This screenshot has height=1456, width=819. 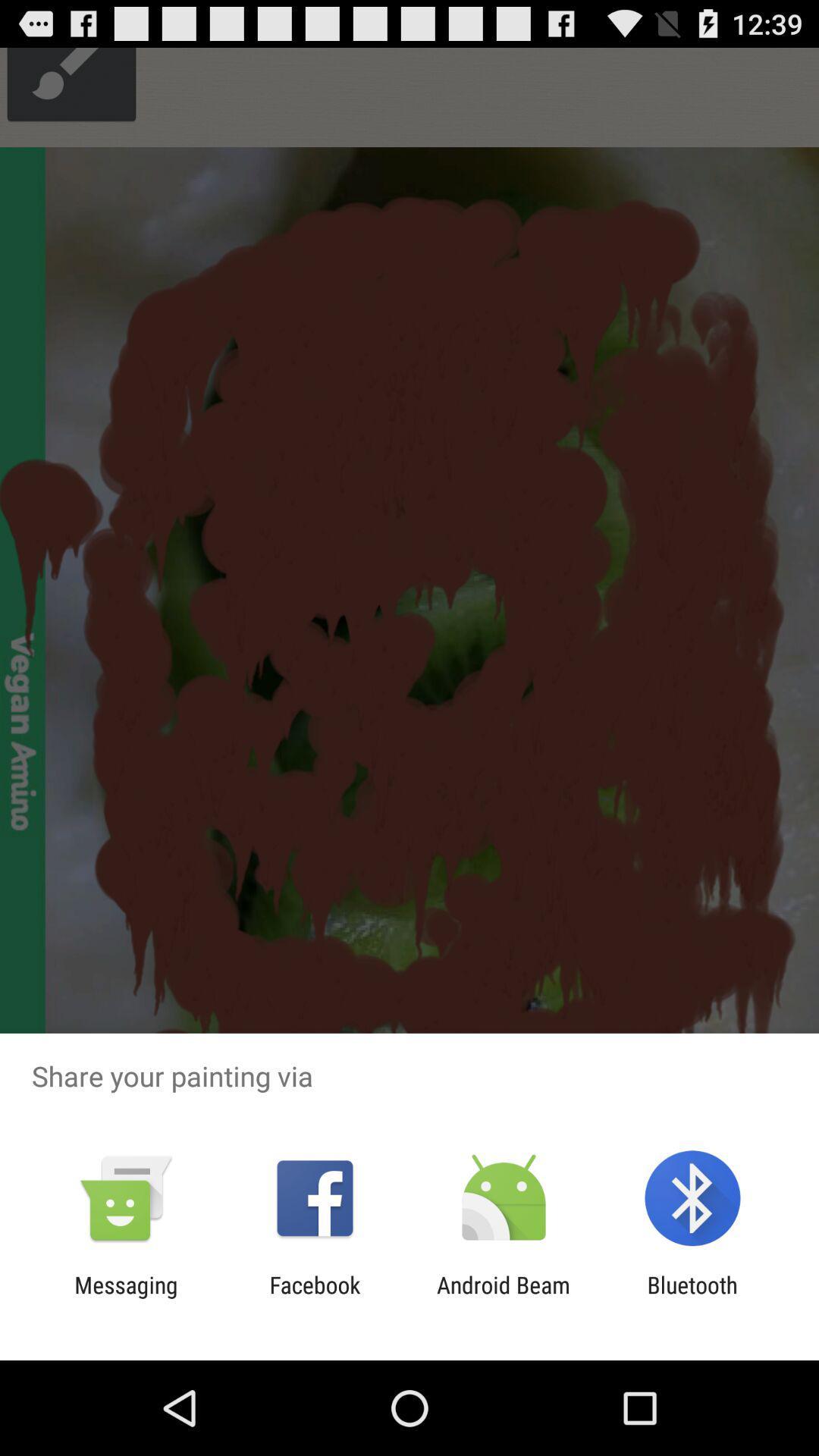 I want to click on the app to the right of android beam icon, so click(x=692, y=1298).